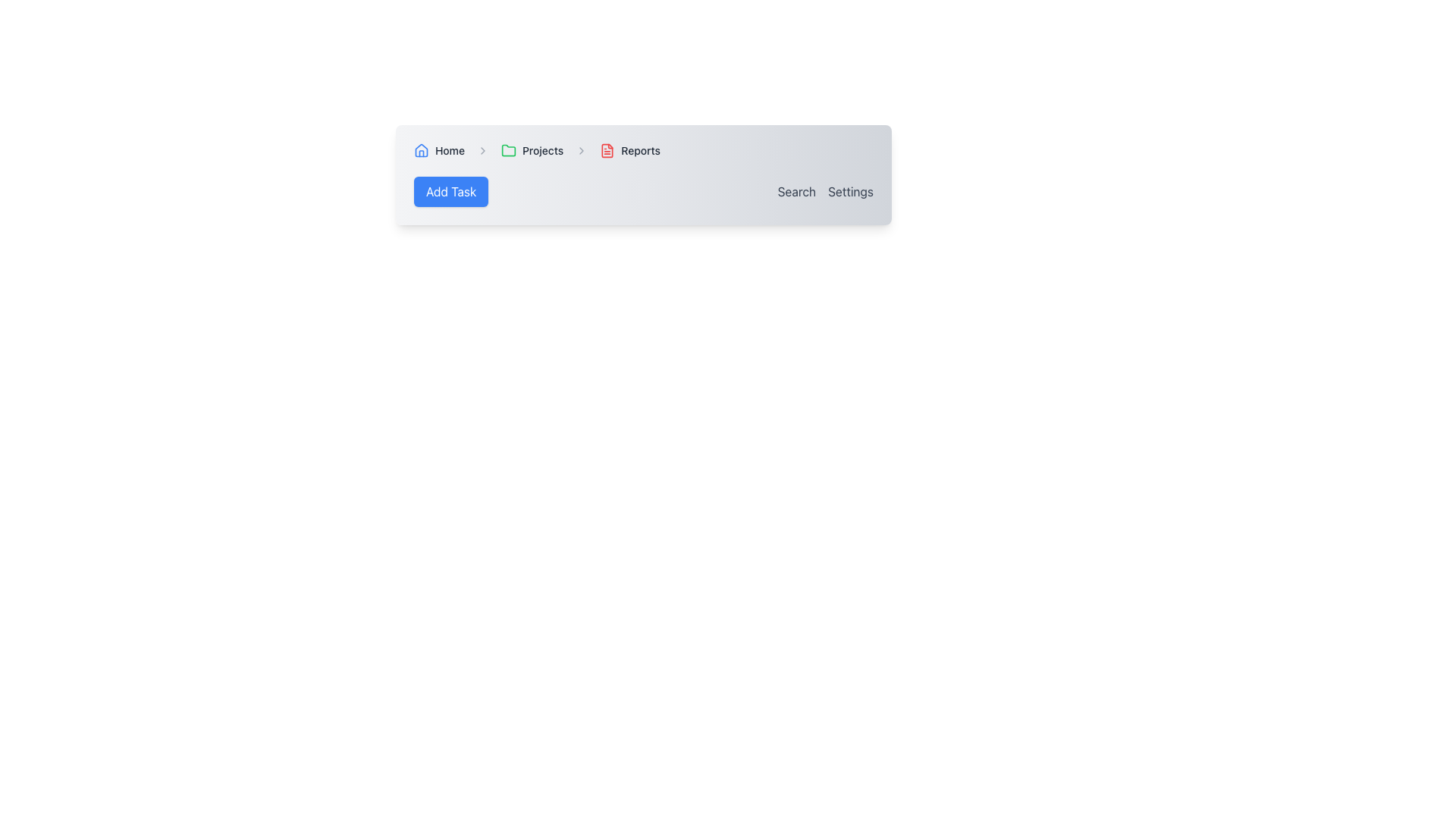 The image size is (1456, 819). What do you see at coordinates (509, 149) in the screenshot?
I see `the green SVG icon fragment representing a folder in the breadcrumb navigation, located to the left of the 'Projects' text link` at bounding box center [509, 149].